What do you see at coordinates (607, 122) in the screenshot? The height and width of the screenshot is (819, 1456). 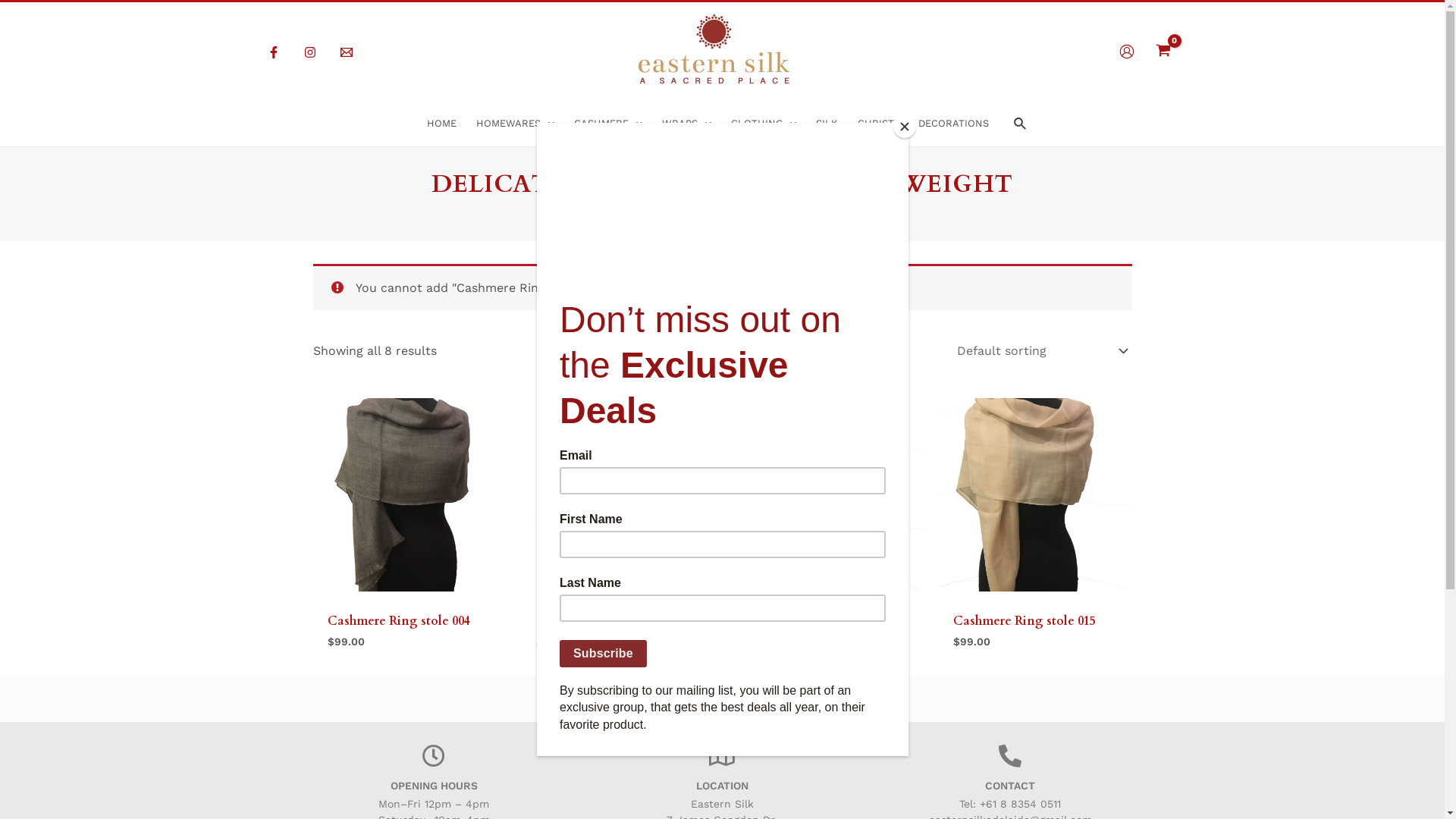 I see `'CASHMERE'` at bounding box center [607, 122].